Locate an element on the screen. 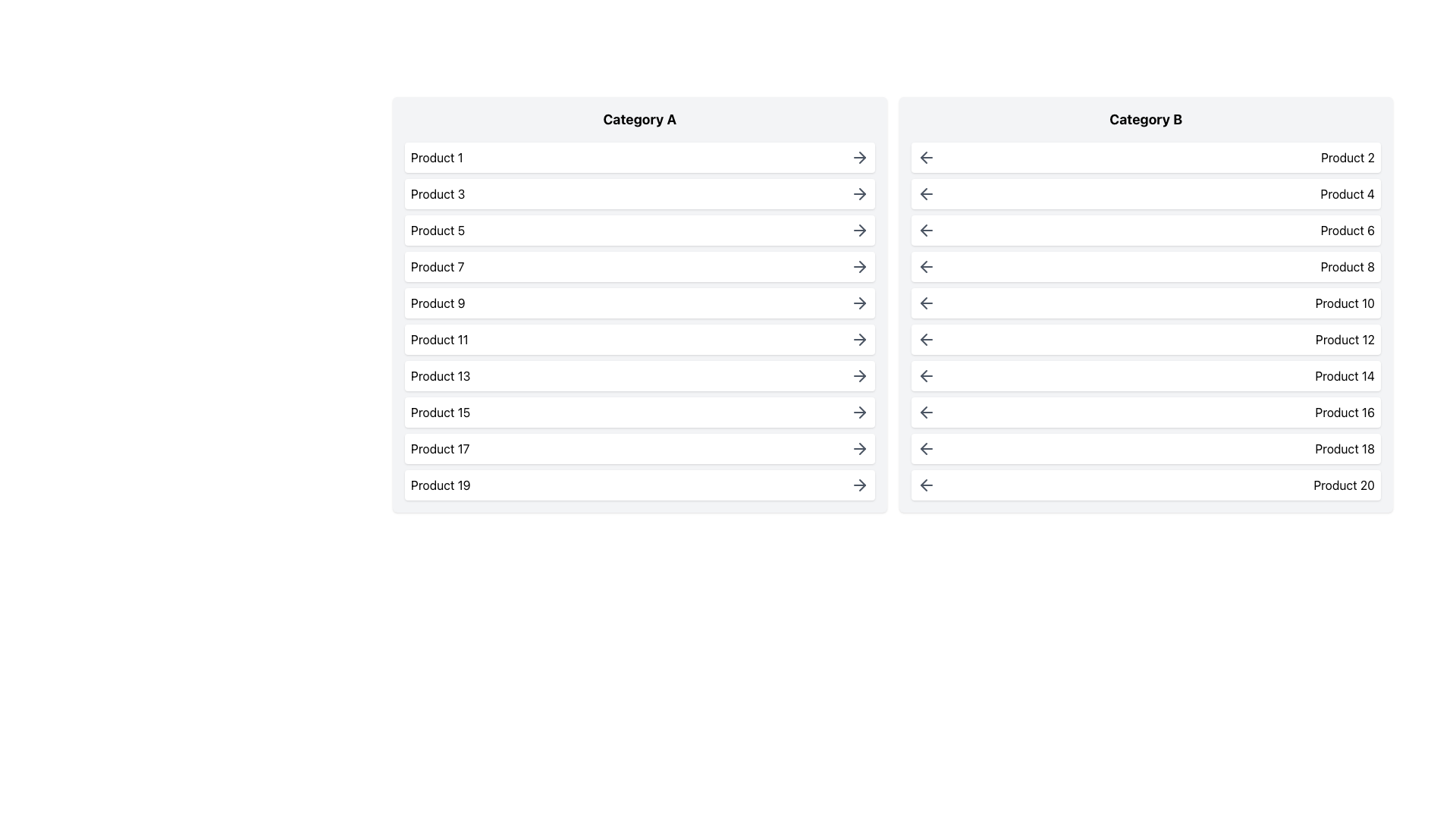 The image size is (1456, 819). the text label displaying 'Product 10' in the second category column labeled 'Category B', which corresponds to the 5th product in the list is located at coordinates (1345, 303).